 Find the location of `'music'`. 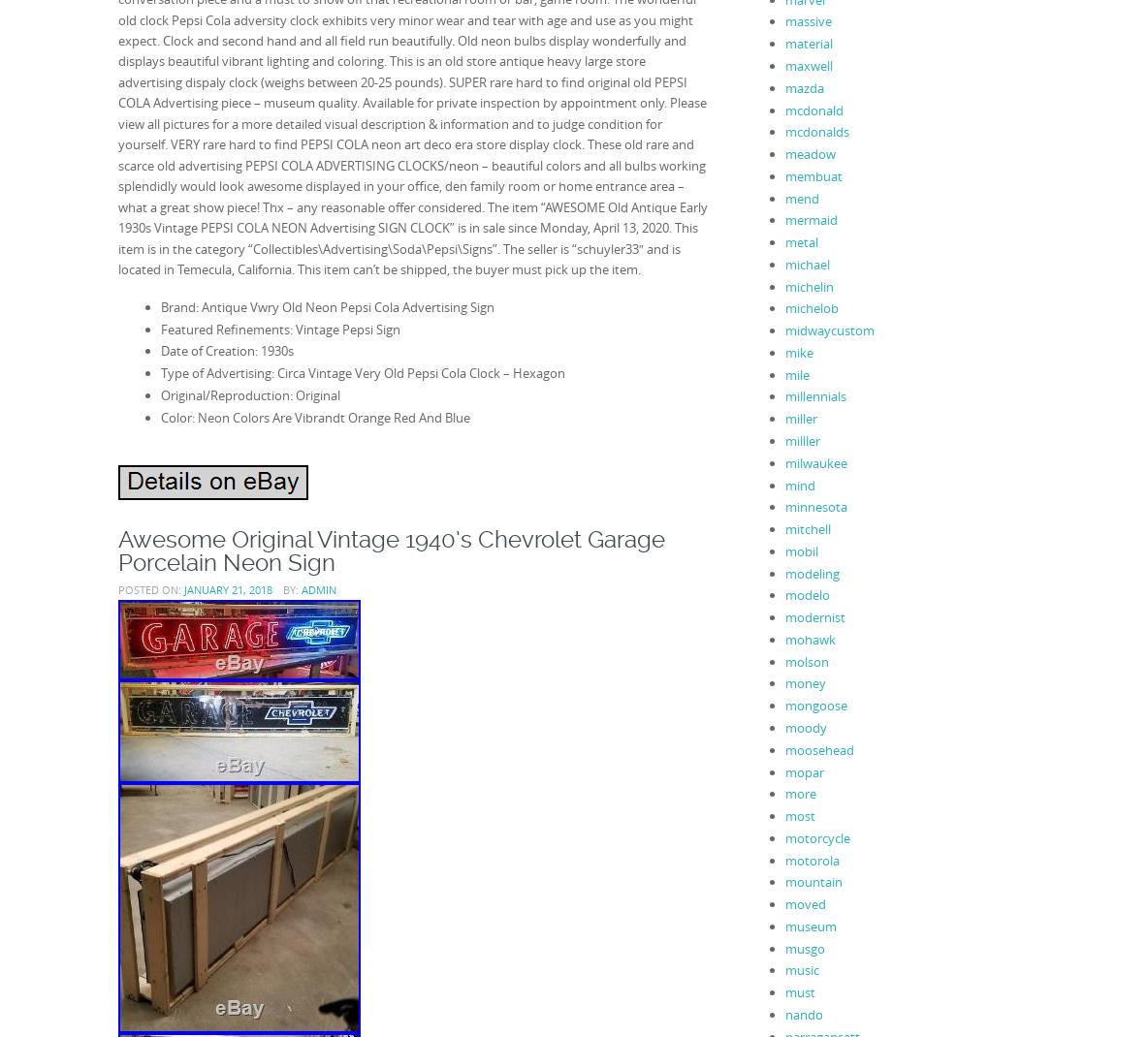

'music' is located at coordinates (801, 969).